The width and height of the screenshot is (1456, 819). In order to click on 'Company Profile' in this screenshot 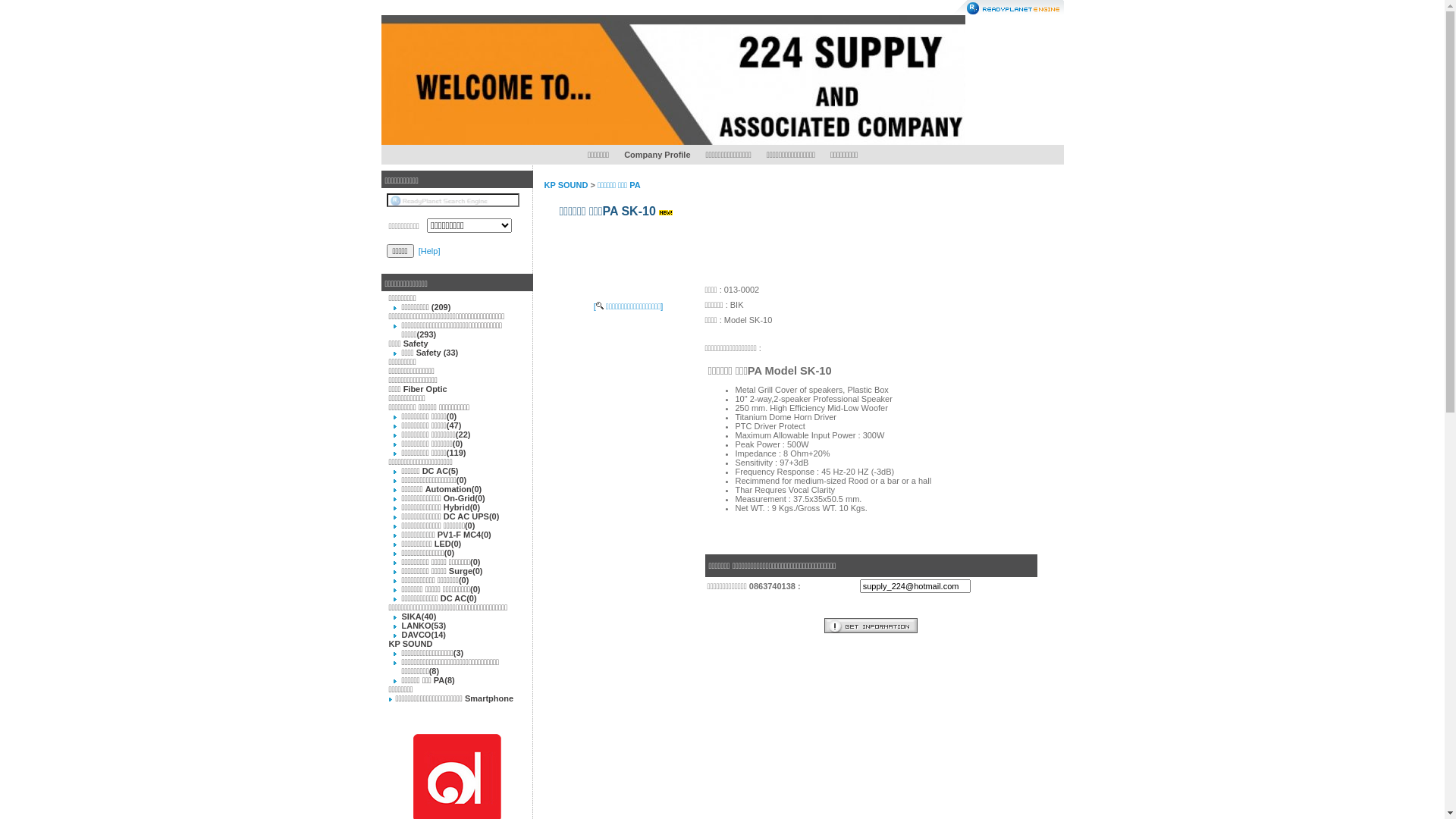, I will do `click(657, 155)`.